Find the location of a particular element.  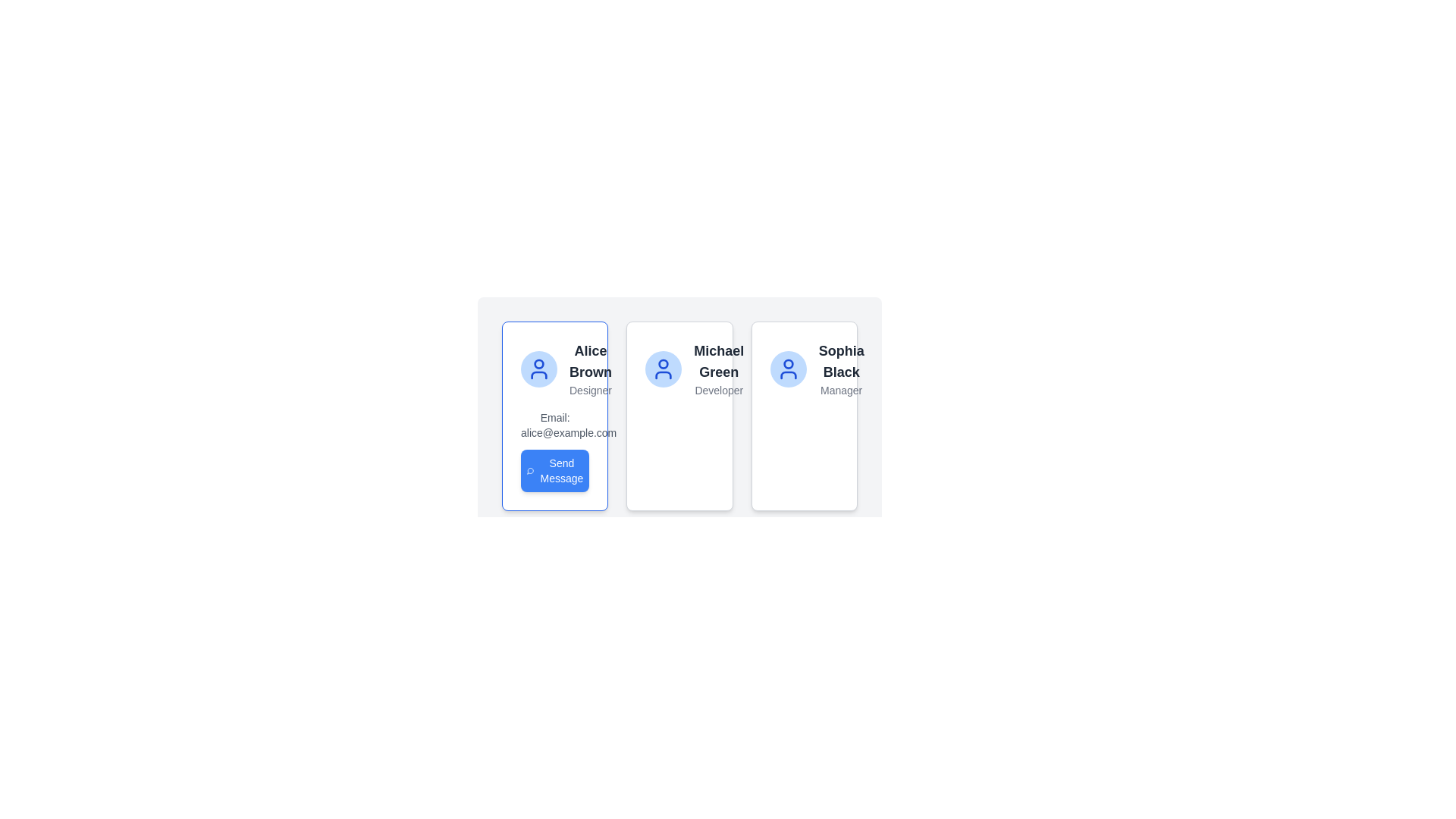

the profile card displaying 'Sophia Black' and 'Manager', located in the third card of the horizontal row is located at coordinates (803, 369).